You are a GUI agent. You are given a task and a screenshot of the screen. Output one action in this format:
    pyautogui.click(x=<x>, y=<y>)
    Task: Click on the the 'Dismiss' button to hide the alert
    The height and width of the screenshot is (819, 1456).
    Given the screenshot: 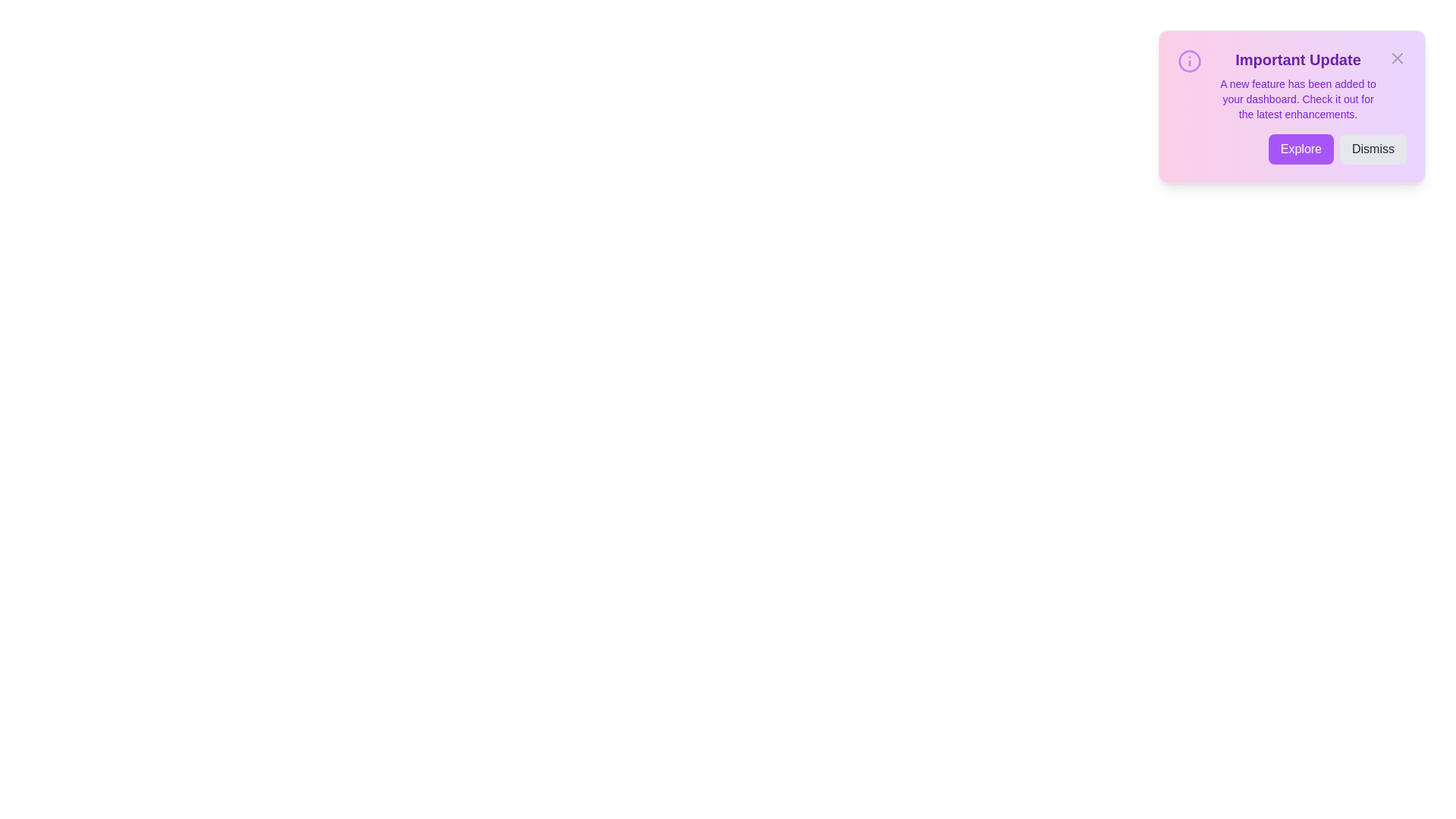 What is the action you would take?
    pyautogui.click(x=1373, y=149)
    